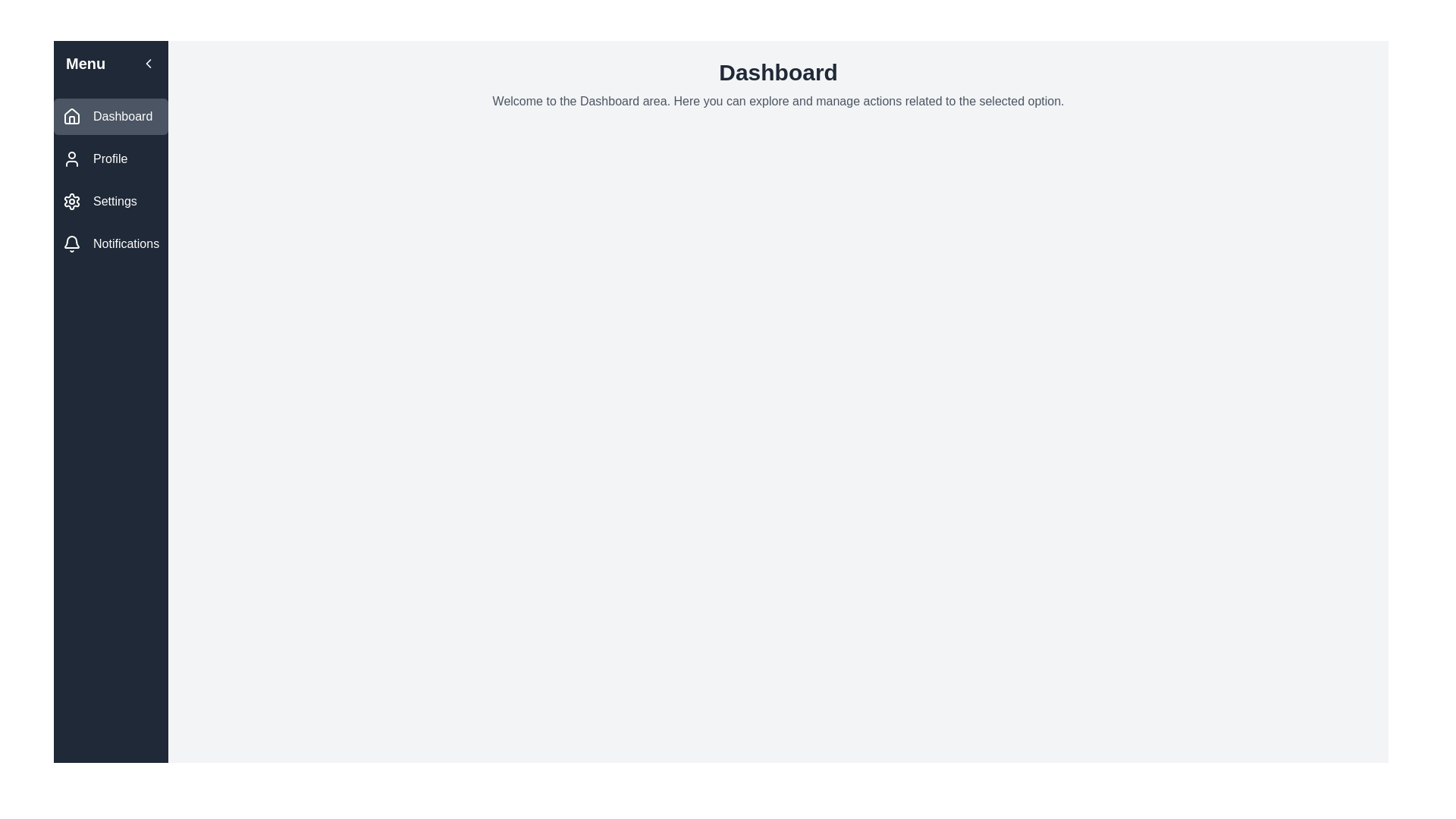 The image size is (1456, 819). Describe the element at coordinates (71, 201) in the screenshot. I see `the 'Settings' icon located on the left navigation panel` at that location.